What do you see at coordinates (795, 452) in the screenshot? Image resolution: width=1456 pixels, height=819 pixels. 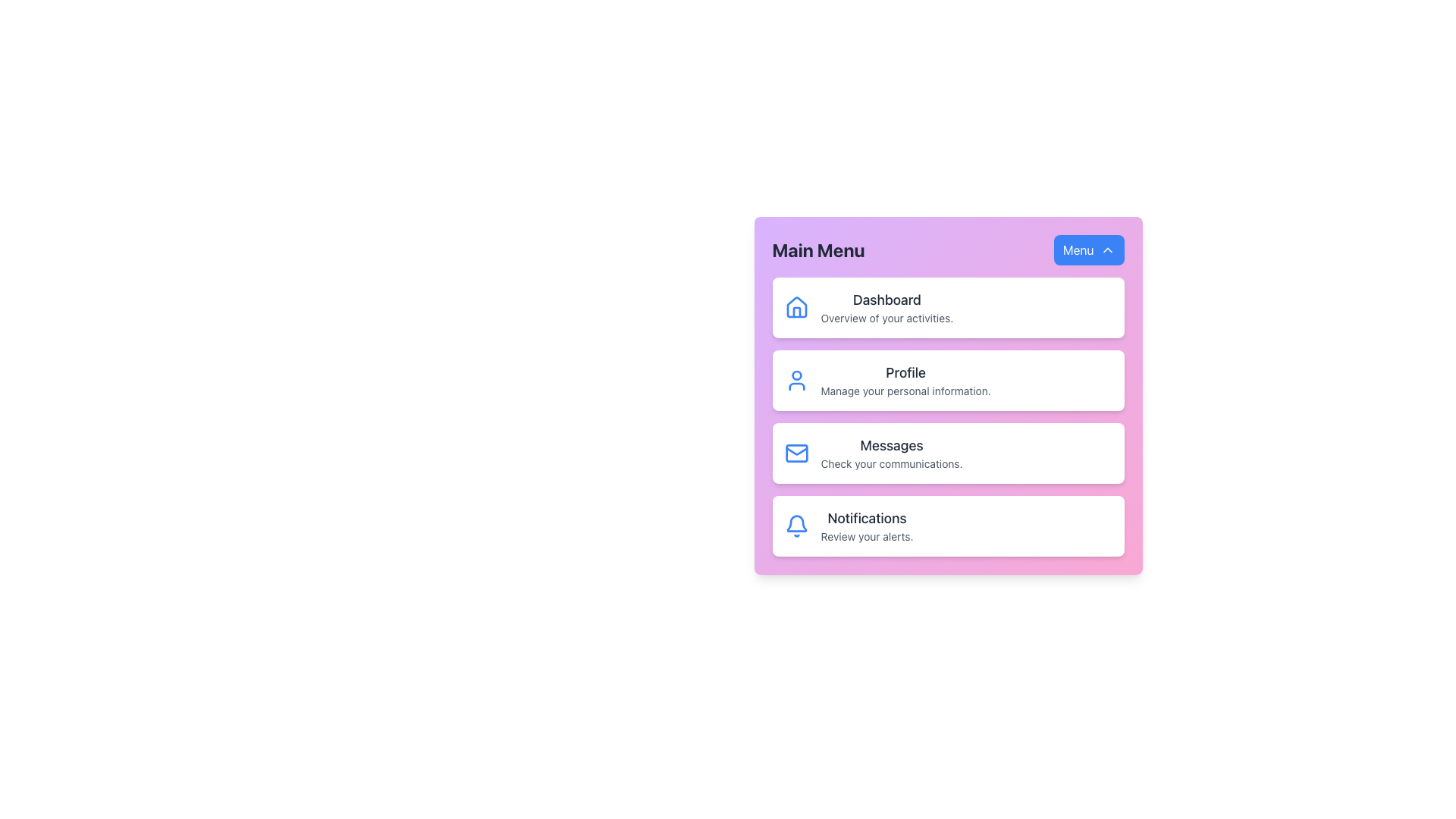 I see `the mail icon located next to the 'Messages' section, specifically the icon resembling a mail envelope, by clicking on it` at bounding box center [795, 452].